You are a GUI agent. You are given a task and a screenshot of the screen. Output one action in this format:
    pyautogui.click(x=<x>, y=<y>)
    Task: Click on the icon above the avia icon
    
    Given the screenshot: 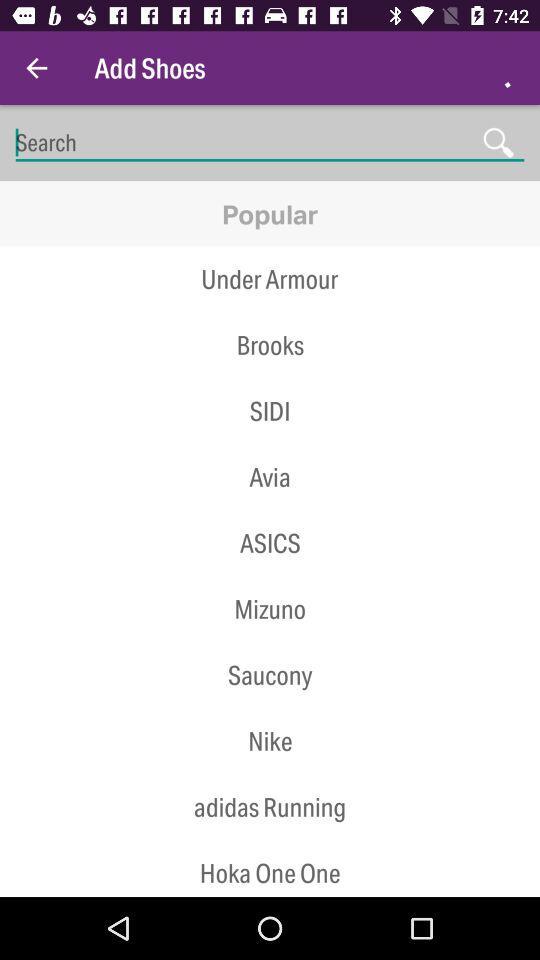 What is the action you would take?
    pyautogui.click(x=270, y=444)
    